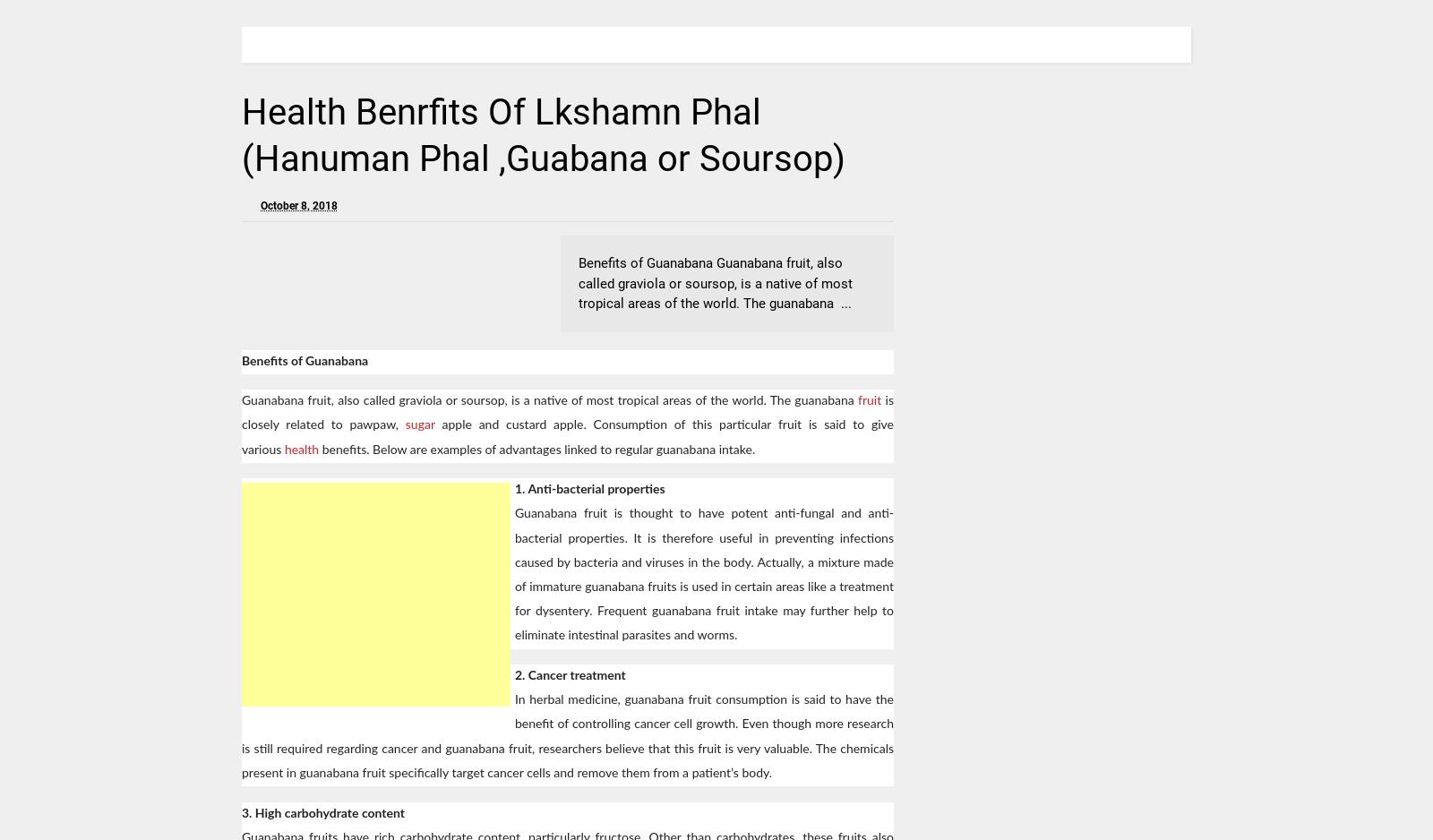 Image resolution: width=1433 pixels, height=840 pixels. I want to click on 'In herbal medicine, guanabana fruit consumption is said to have the benefit of controlling cancer cell growth. Even though more research is still required regarding cancer and guanabana fruit, researchers believe that this fruit is very valuable. The chemicals present in guanabana fruit specifically target cancer cells and remove them from a patient’s body.', so click(242, 736).